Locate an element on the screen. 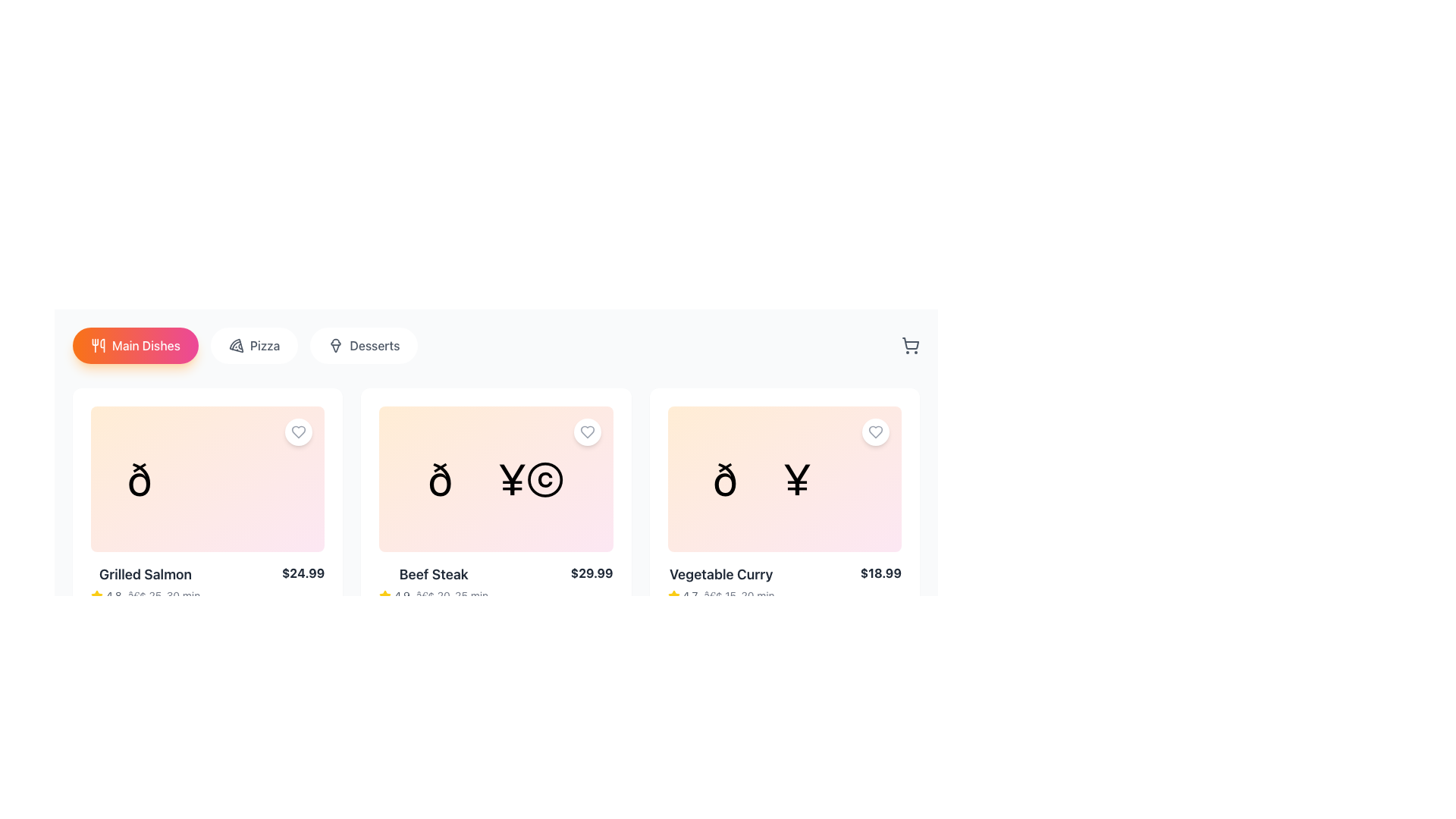  the pizza SVG icon is located at coordinates (236, 345).